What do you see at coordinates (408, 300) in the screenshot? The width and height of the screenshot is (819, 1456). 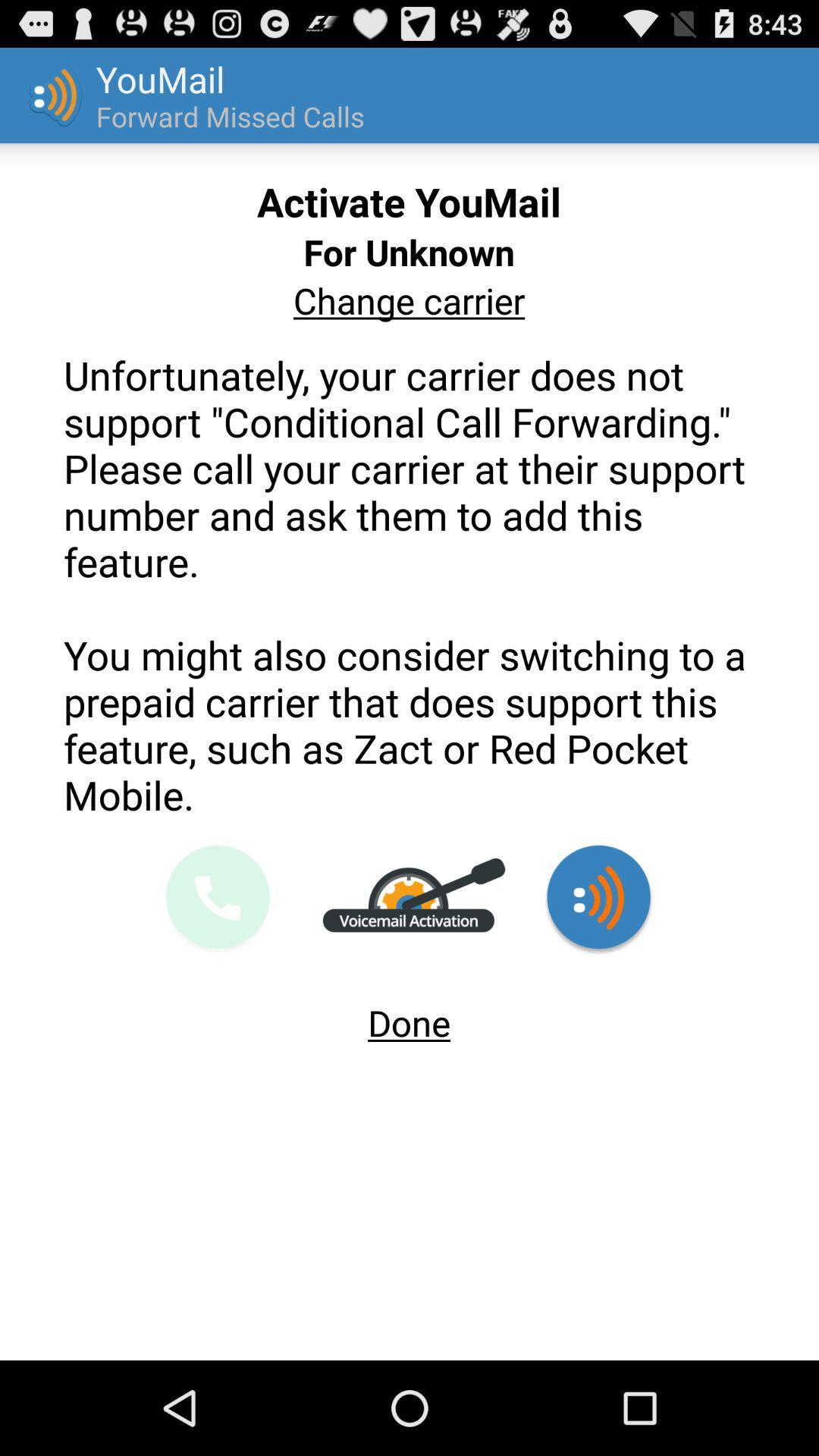 I see `the change carrier app` at bounding box center [408, 300].